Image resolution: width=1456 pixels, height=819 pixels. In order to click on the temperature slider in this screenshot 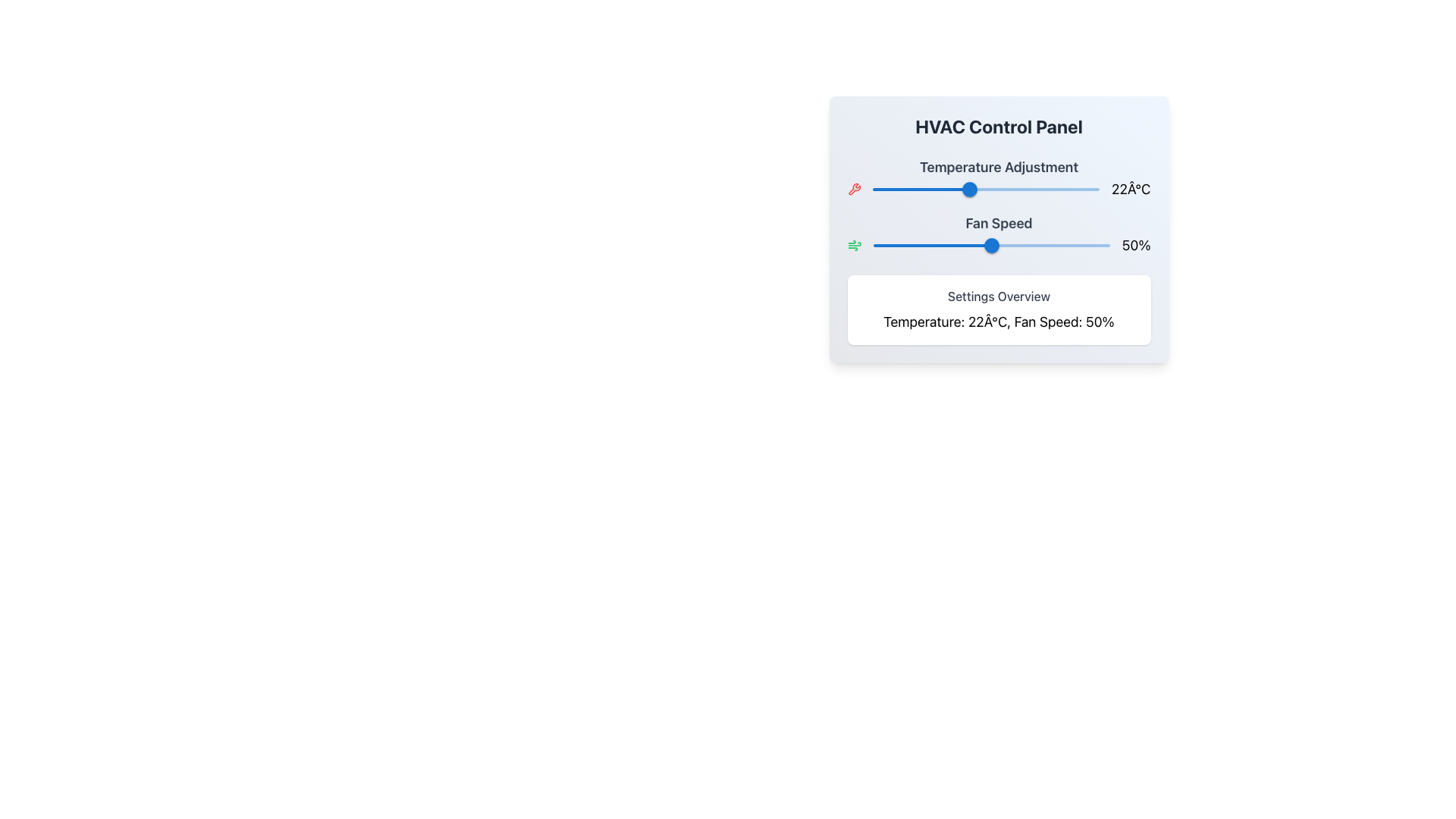, I will do `click(918, 189)`.